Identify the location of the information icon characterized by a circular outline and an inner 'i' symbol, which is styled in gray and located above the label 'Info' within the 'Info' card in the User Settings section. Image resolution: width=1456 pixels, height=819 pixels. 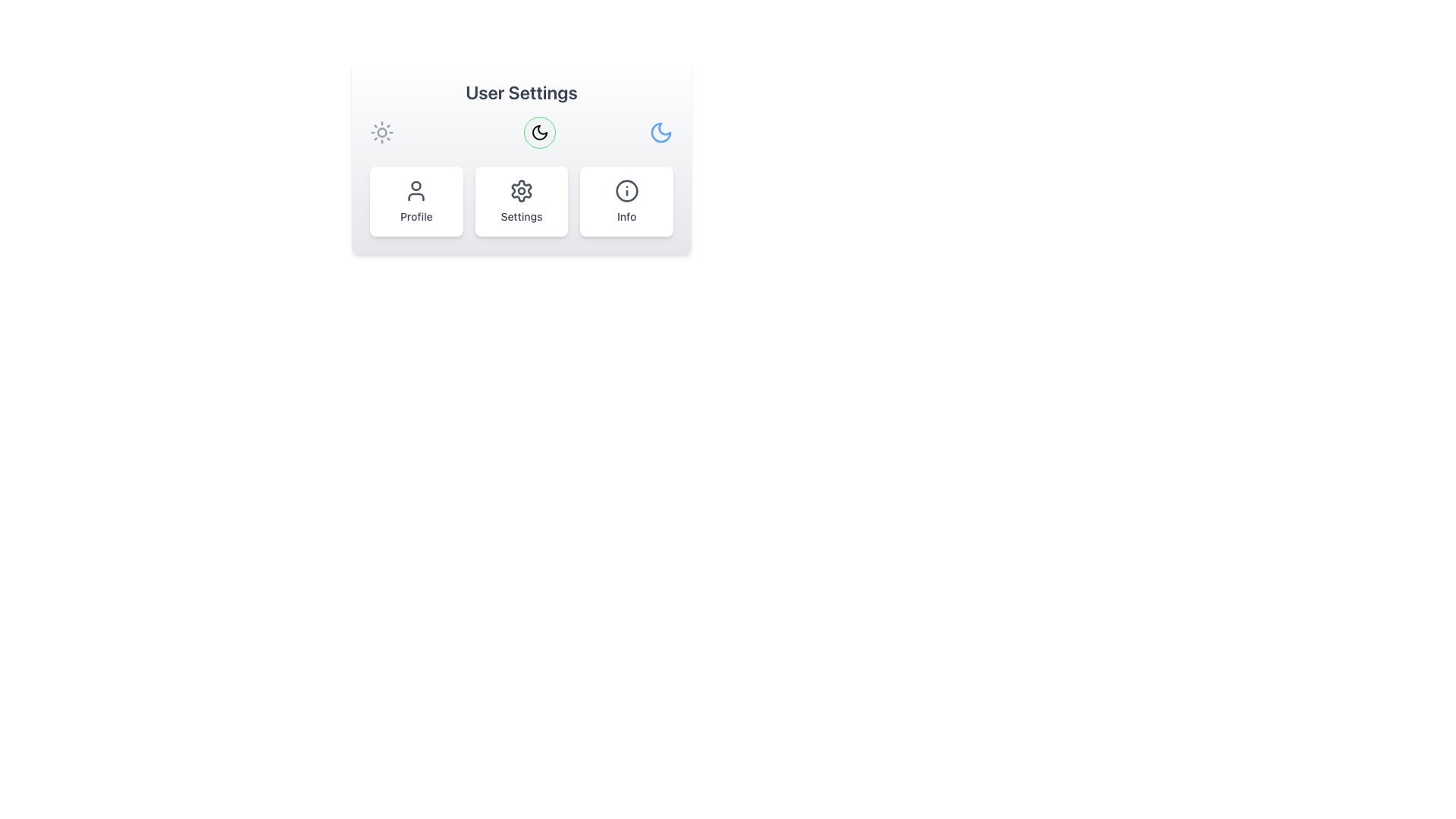
(626, 190).